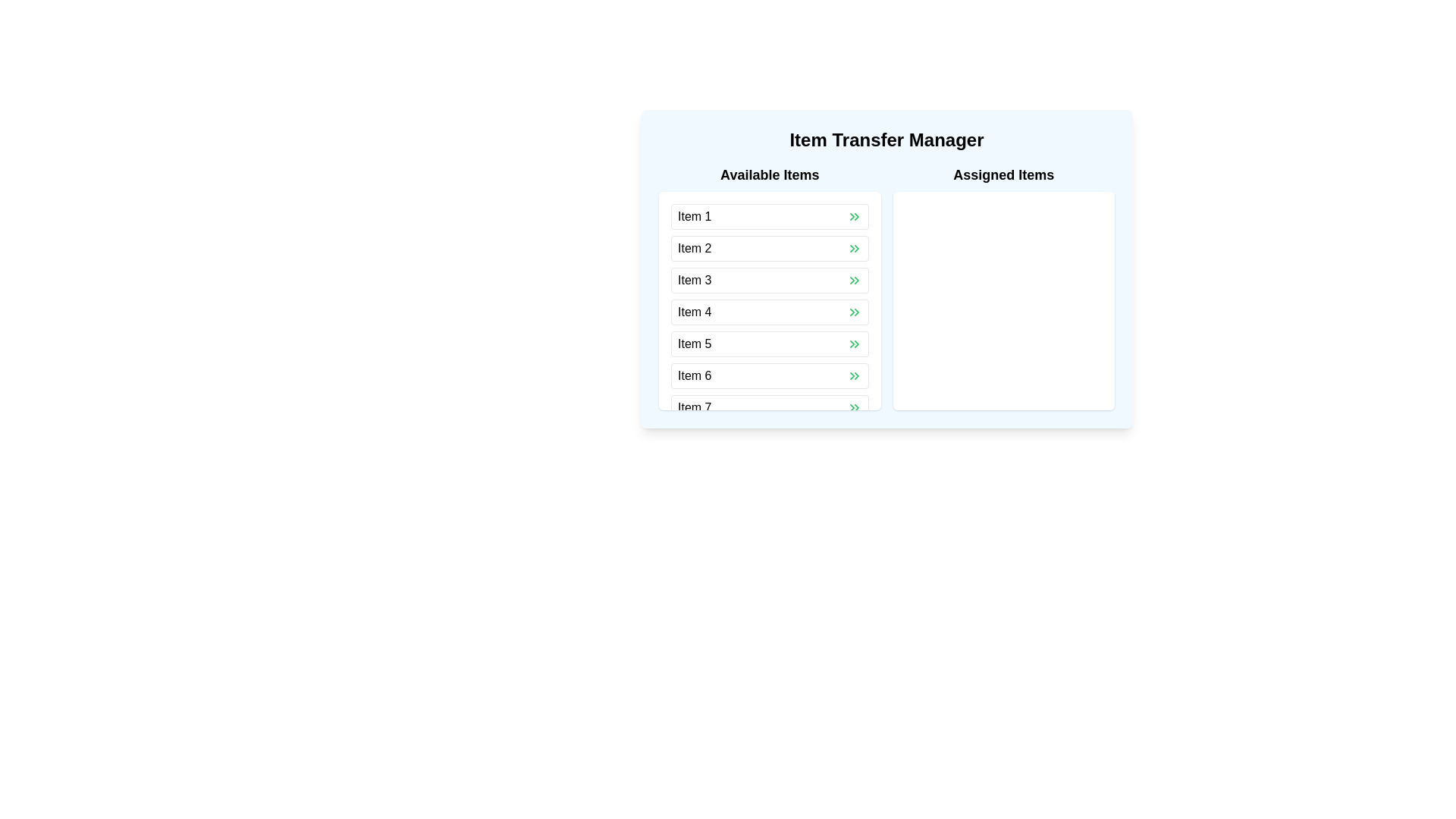 The image size is (1456, 819). Describe the element at coordinates (854, 312) in the screenshot. I see `the button located to the right of the text 'Item 4' in the fourth row of the 'Available Items' list in the 'Item Transfer Manager' section to initiate the transfer of the item` at that location.